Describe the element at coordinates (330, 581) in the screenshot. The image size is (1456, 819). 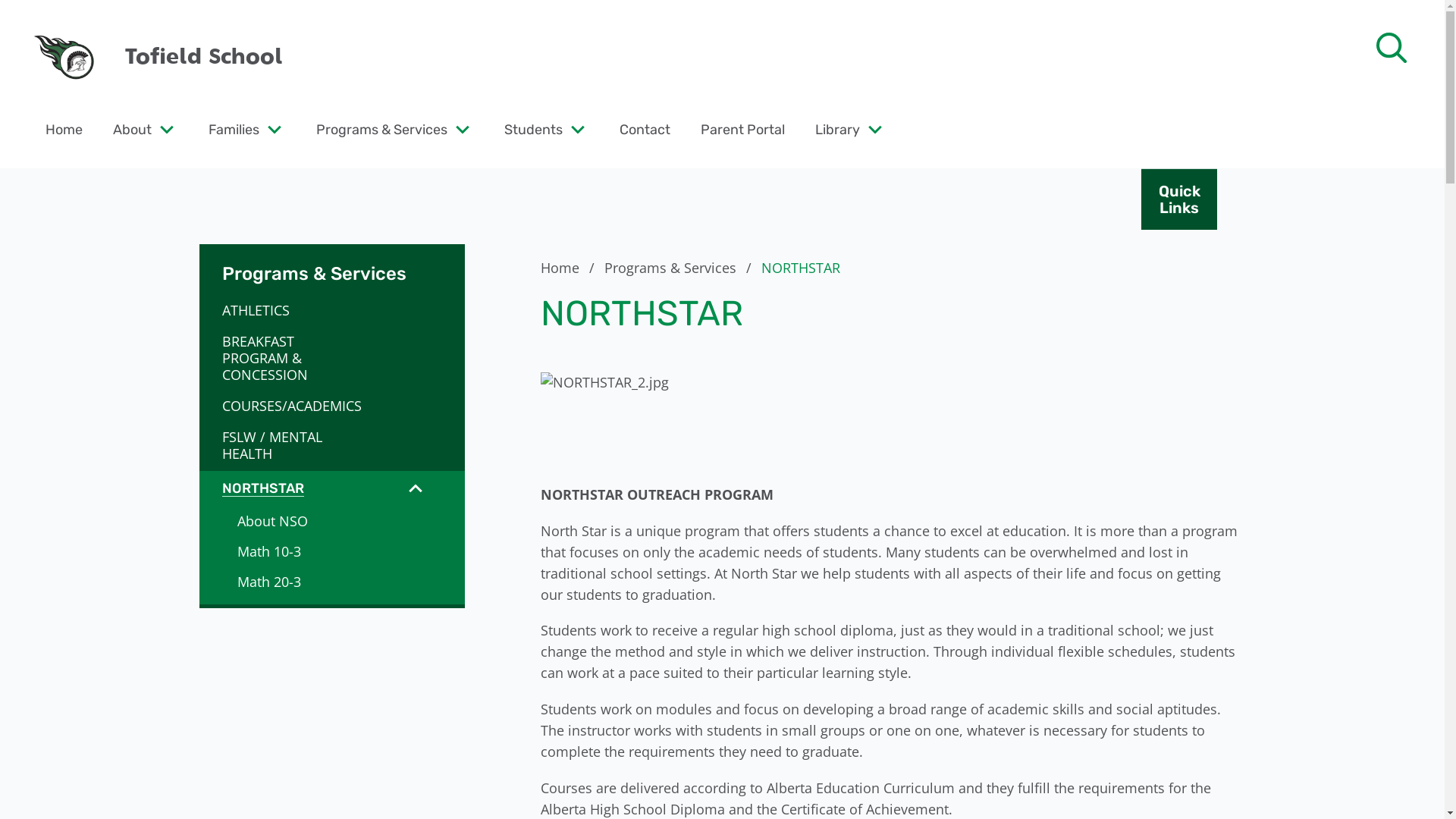
I see `'Math 20-3'` at that location.